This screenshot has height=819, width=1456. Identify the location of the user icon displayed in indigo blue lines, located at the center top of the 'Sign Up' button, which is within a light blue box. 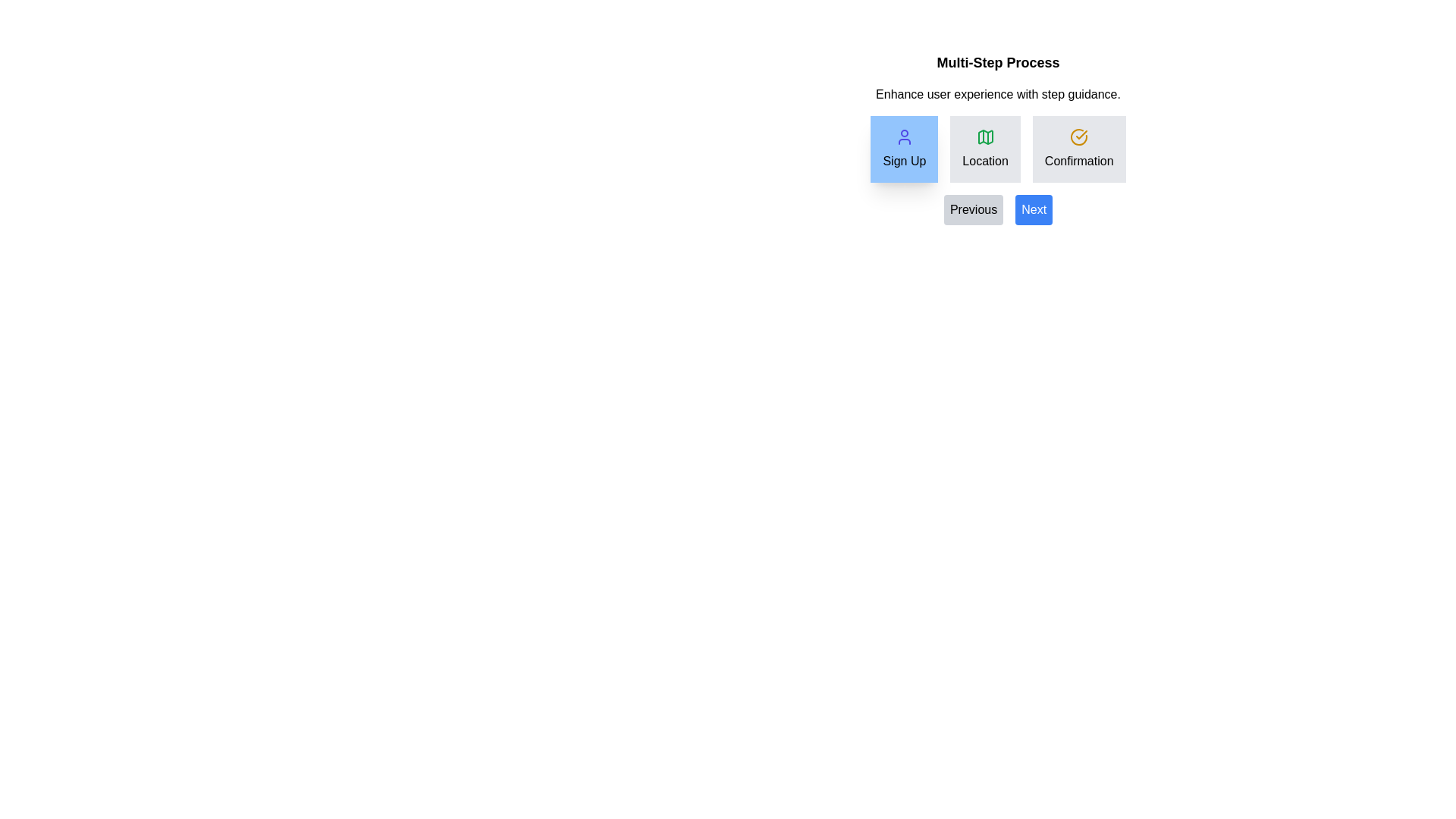
(904, 137).